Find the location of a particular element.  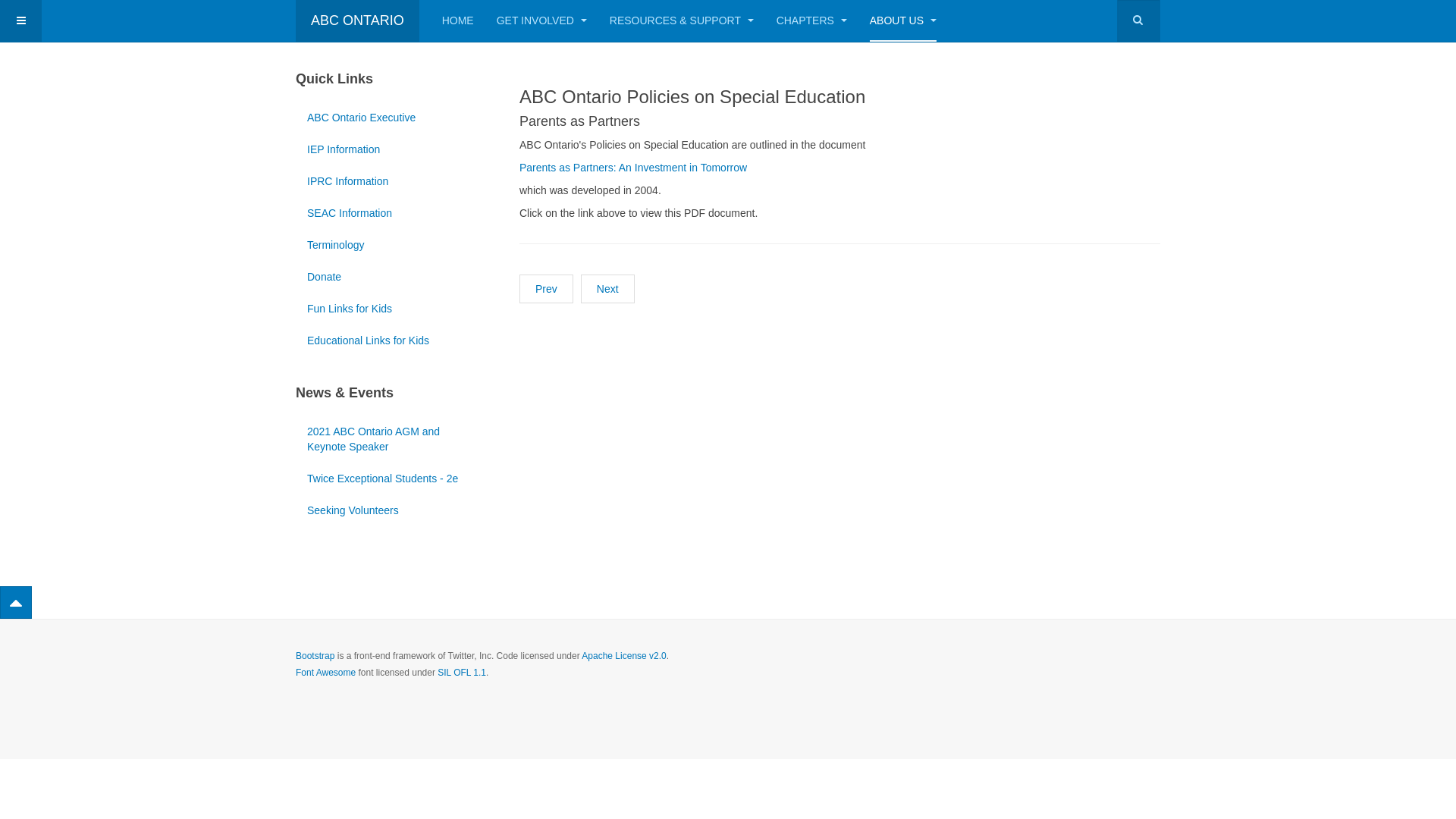

'Back to Top' is located at coordinates (15, 601).